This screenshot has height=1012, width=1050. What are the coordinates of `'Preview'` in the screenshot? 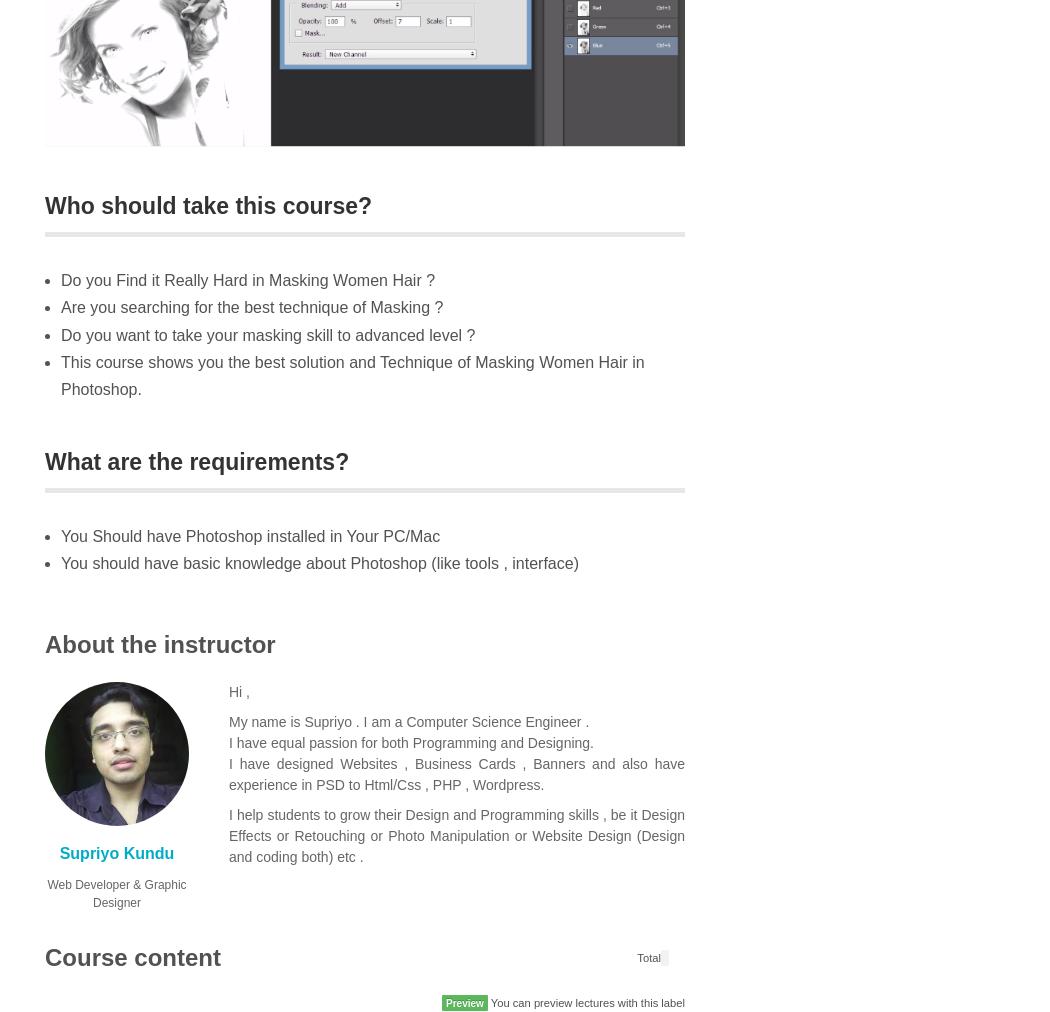 It's located at (464, 1003).